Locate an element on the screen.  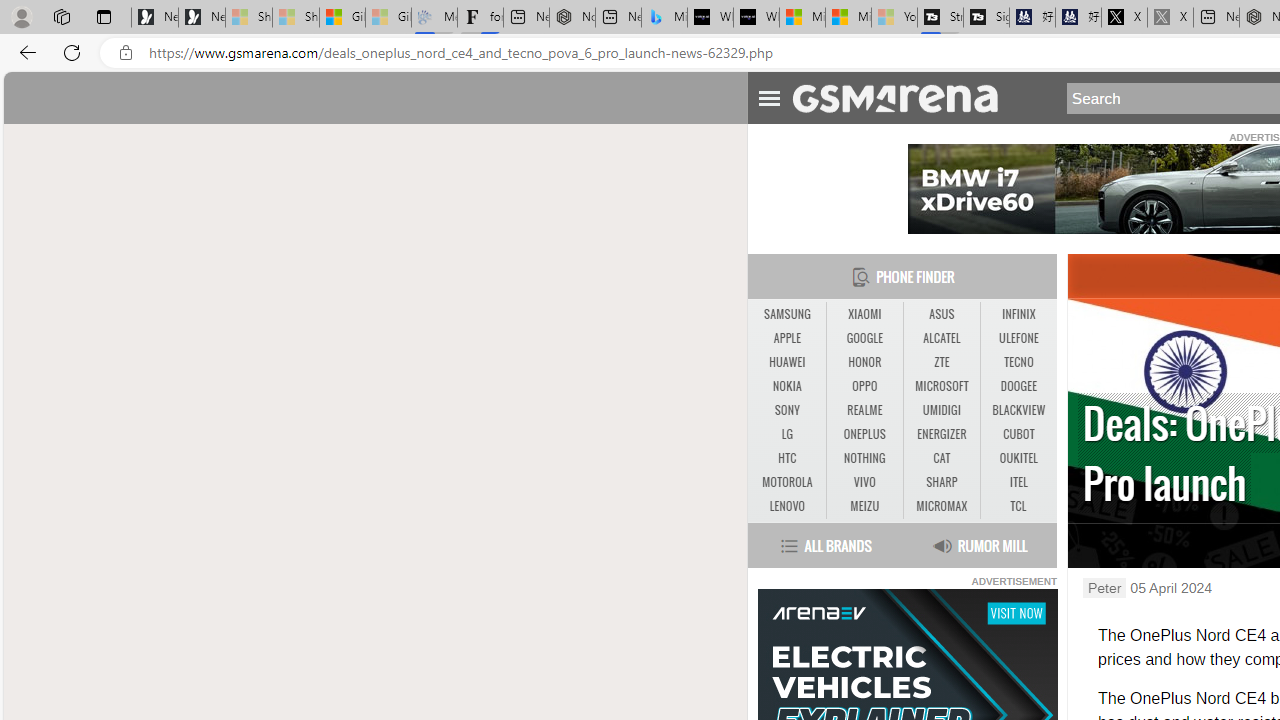
'XIAOMI' is located at coordinates (864, 315).